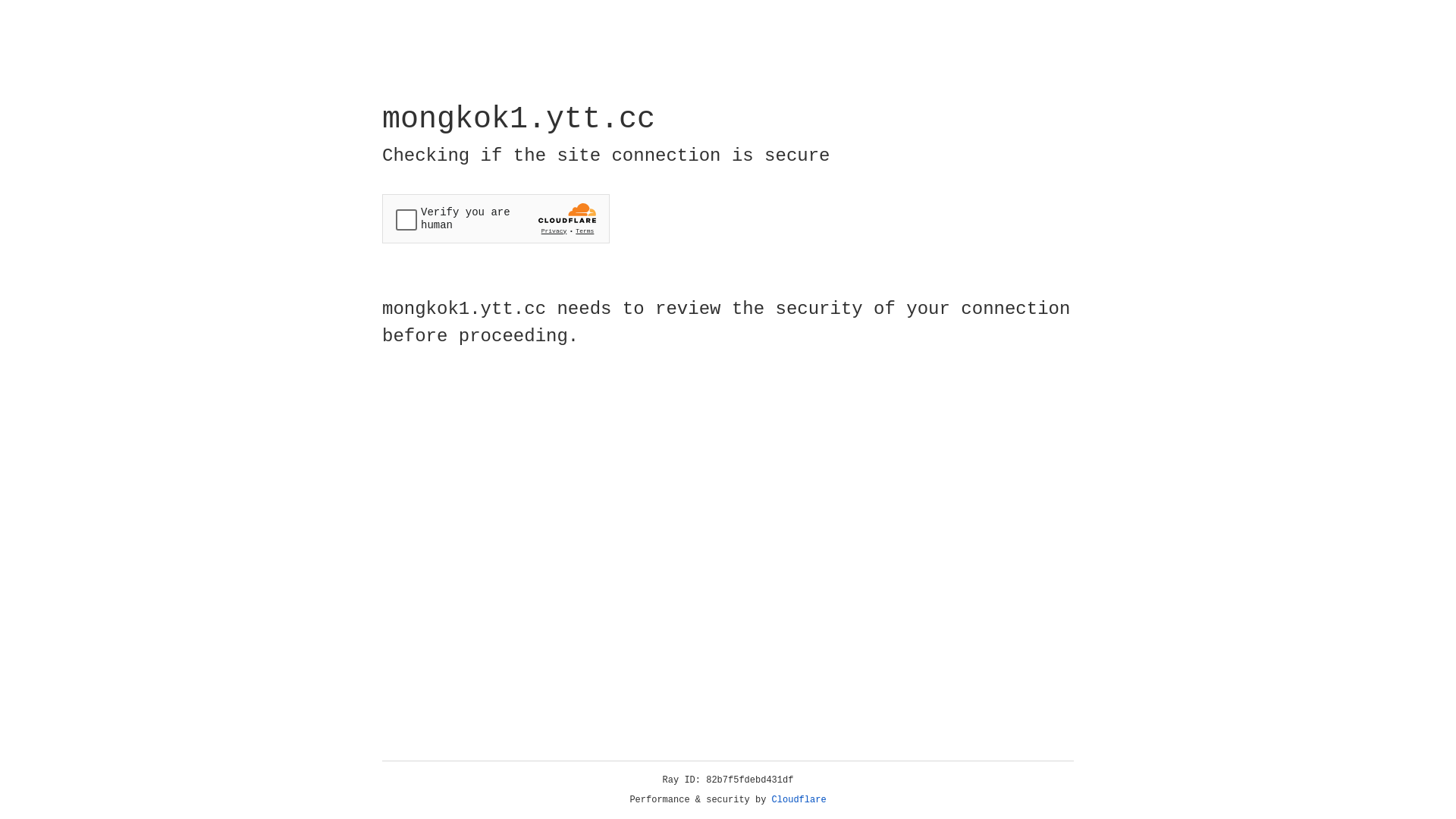 This screenshot has height=819, width=1456. Describe the element at coordinates (495, 218) in the screenshot. I see `'Widget containing a Cloudflare security challenge'` at that location.